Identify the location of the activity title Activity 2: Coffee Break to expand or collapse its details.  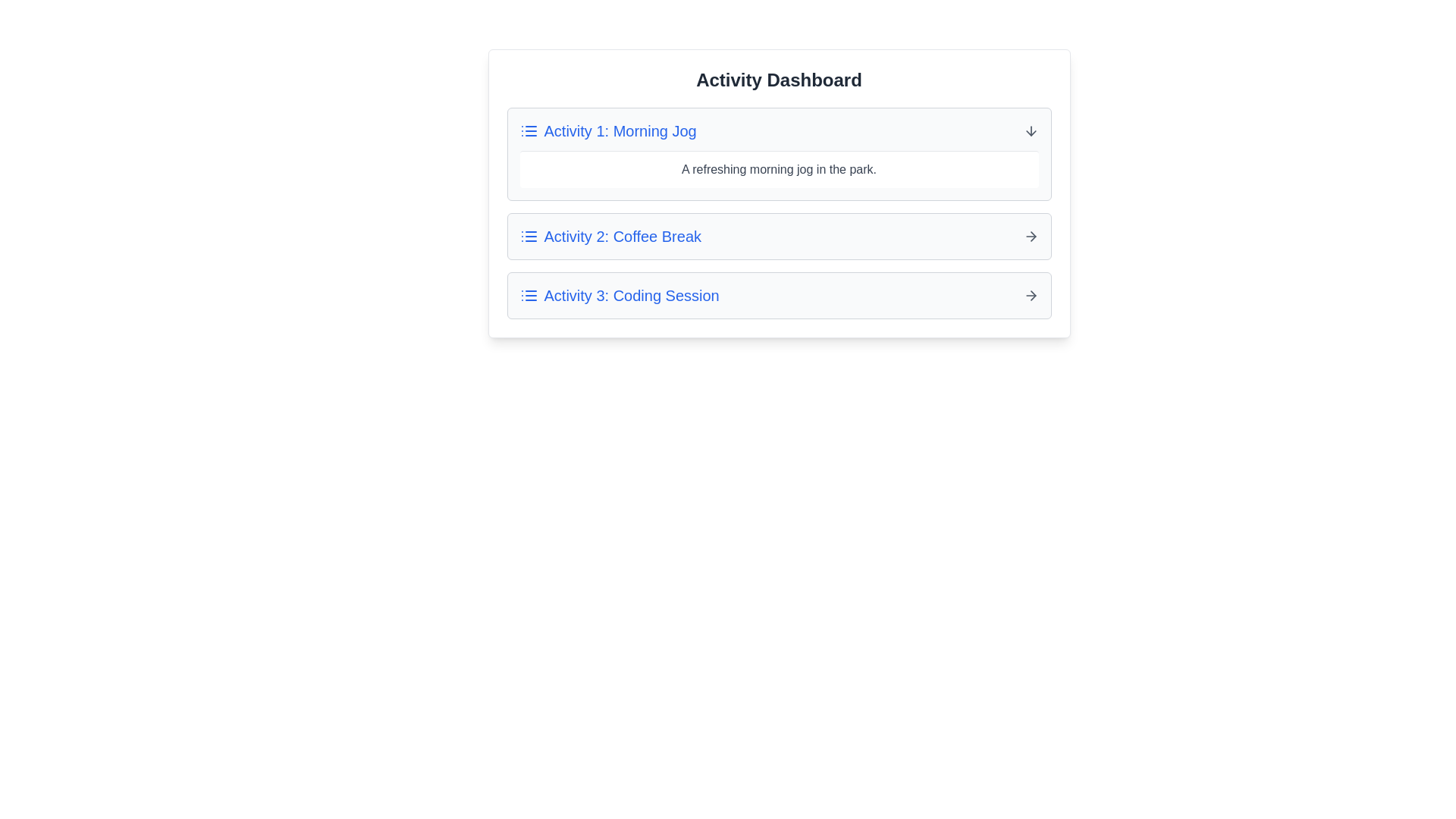
(610, 237).